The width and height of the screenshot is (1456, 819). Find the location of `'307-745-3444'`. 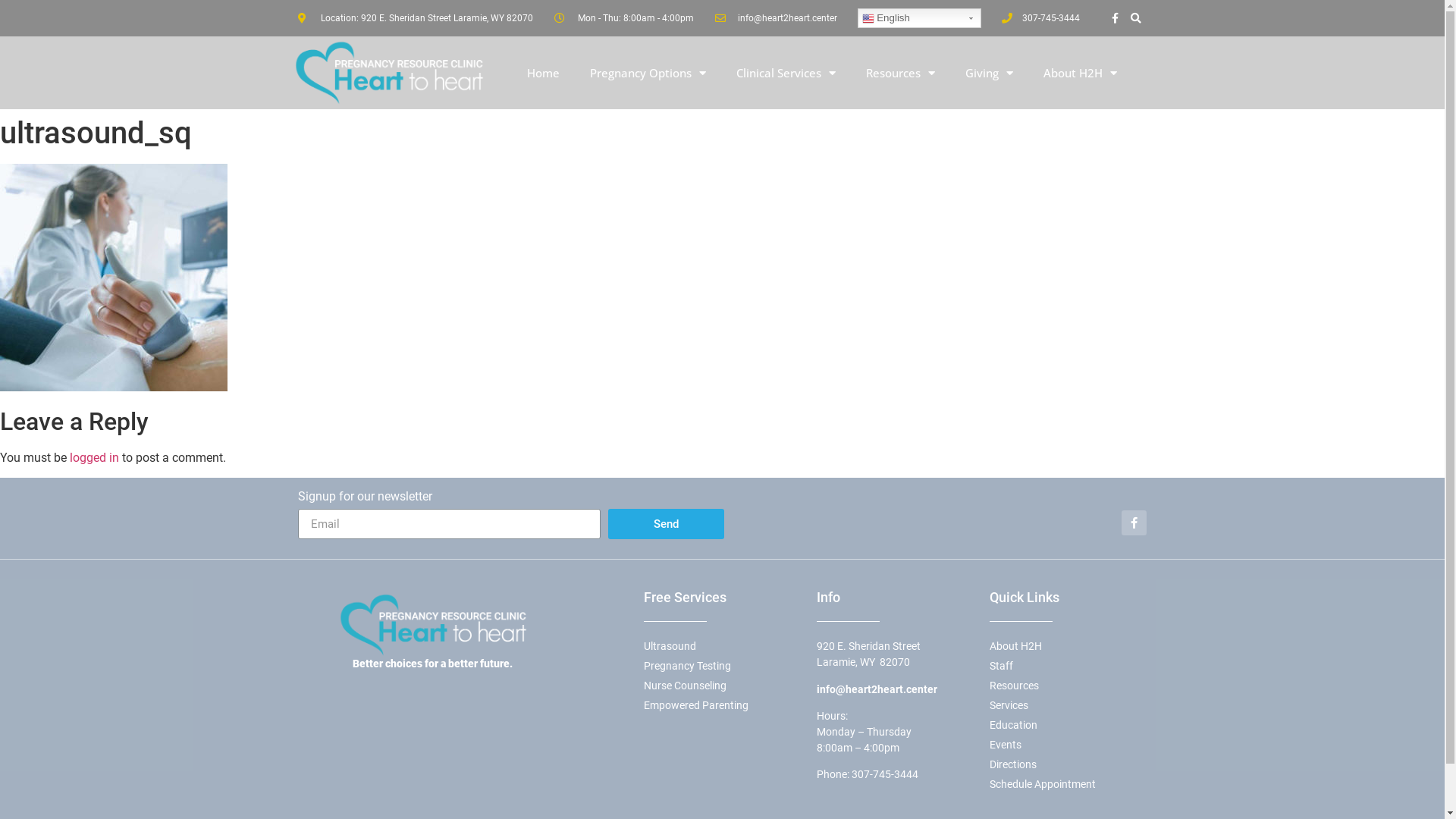

'307-745-3444' is located at coordinates (884, 774).